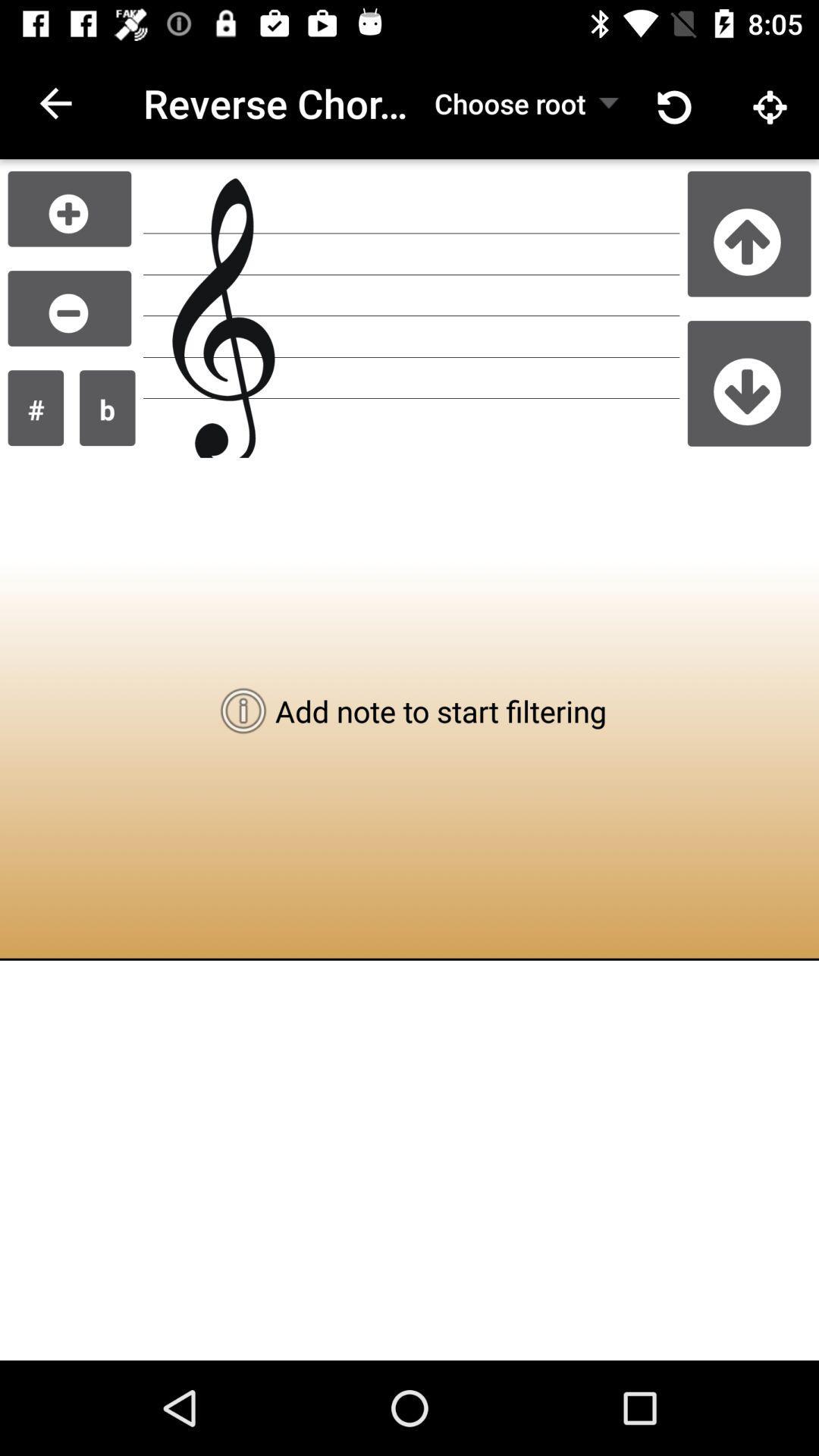 The height and width of the screenshot is (1456, 819). Describe the element at coordinates (55, 102) in the screenshot. I see `the icon to the left of the reverse chord lookup item` at that location.